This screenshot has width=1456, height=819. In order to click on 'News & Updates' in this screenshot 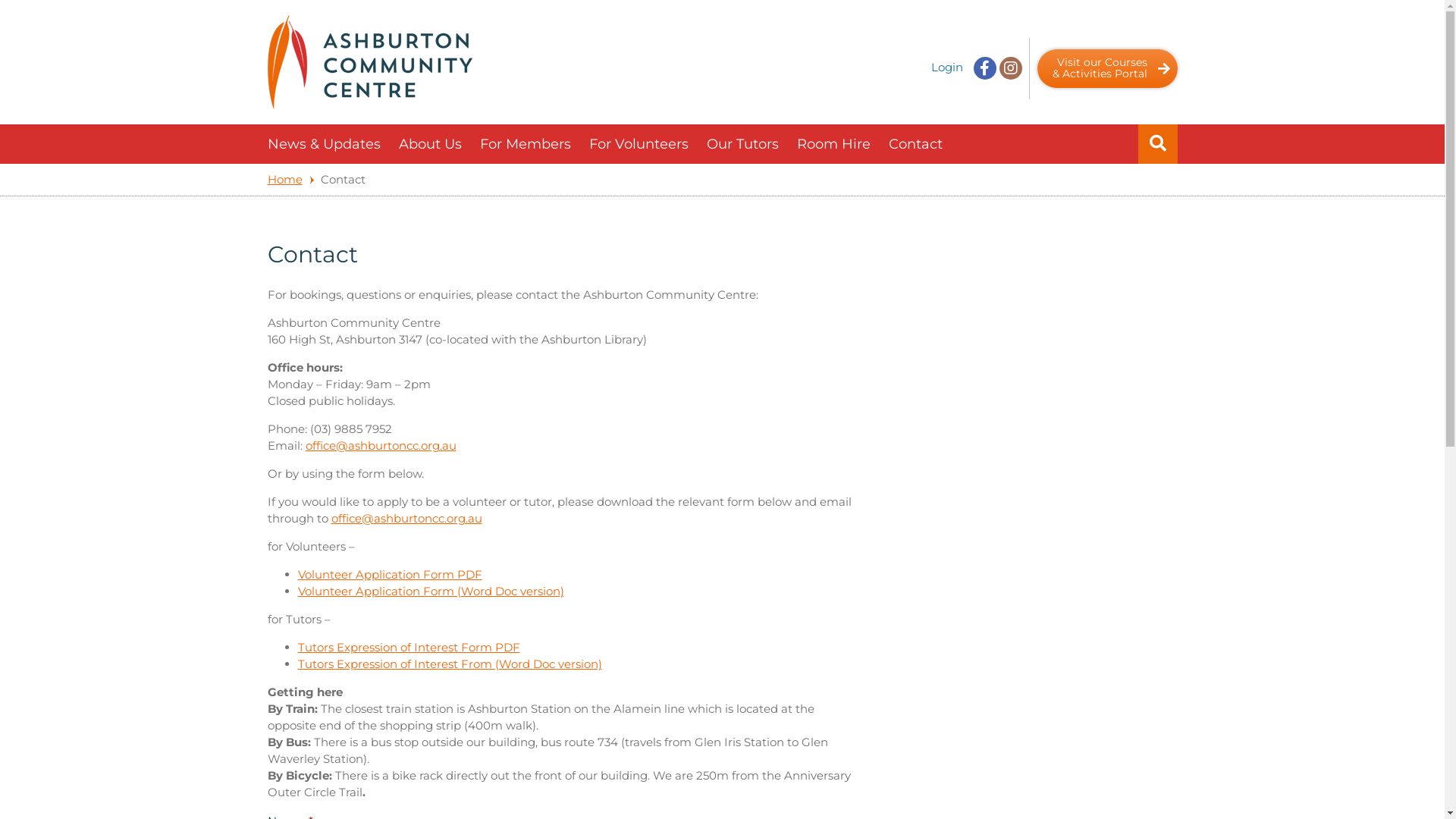, I will do `click(322, 143)`.